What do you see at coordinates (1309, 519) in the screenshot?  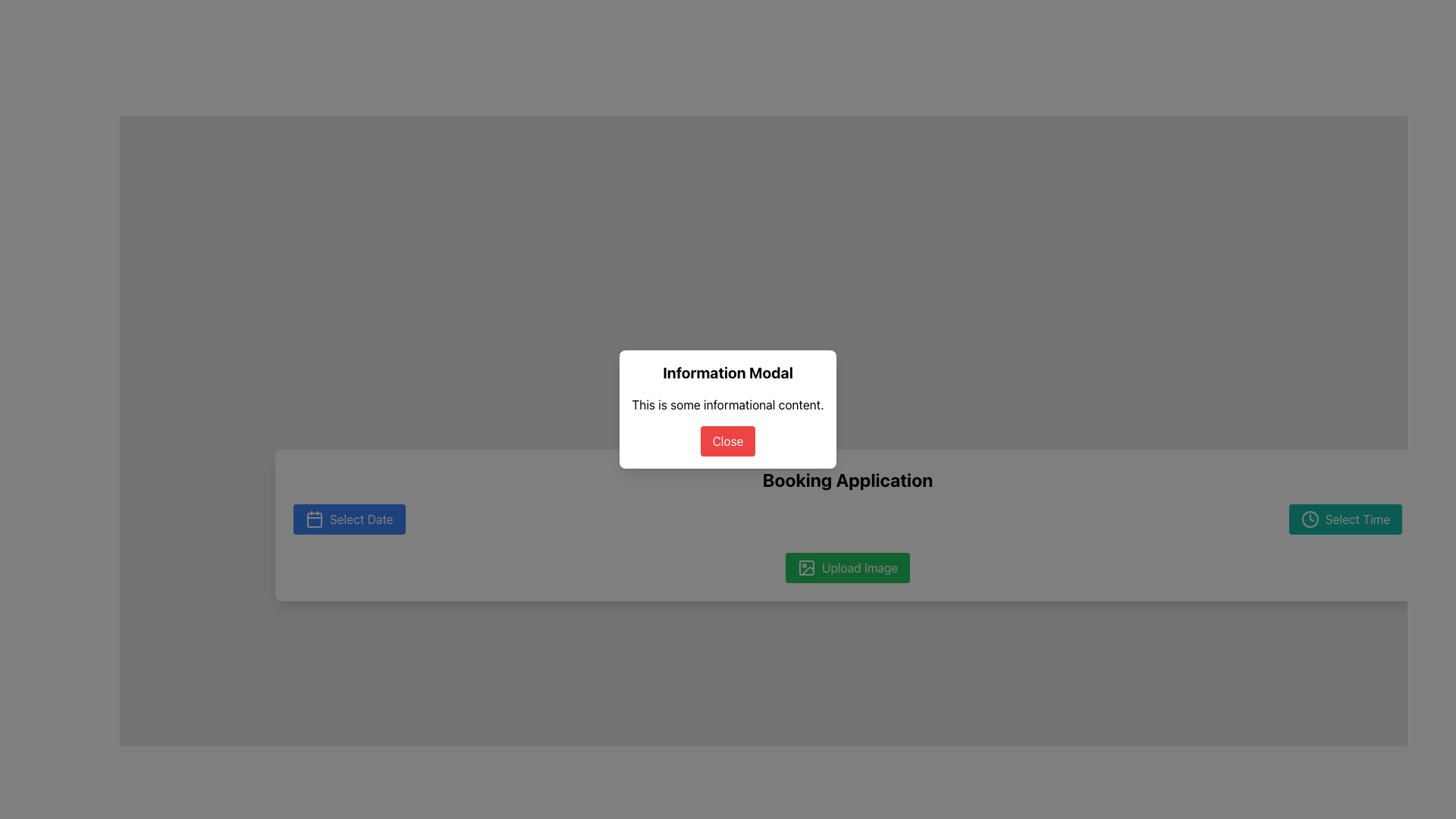 I see `the Clock icon which is positioned to the left of the 'Select Time' button in the bottom bar of the application` at bounding box center [1309, 519].